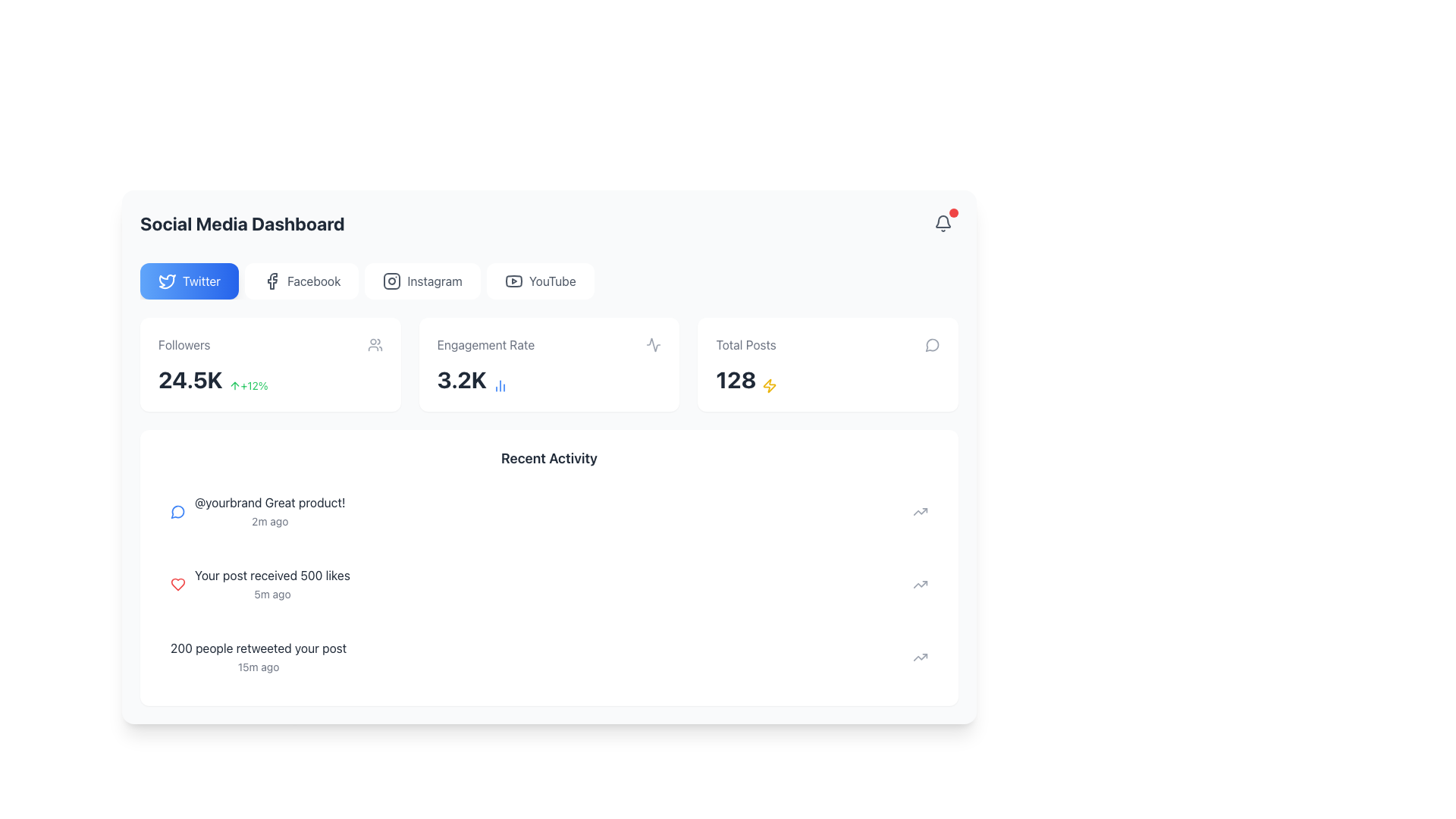  I want to click on the Instagram button, which is the third button in a horizontal row of social media buttons, located between the Facebook button on the left and the YouTube button on the right, so click(422, 281).